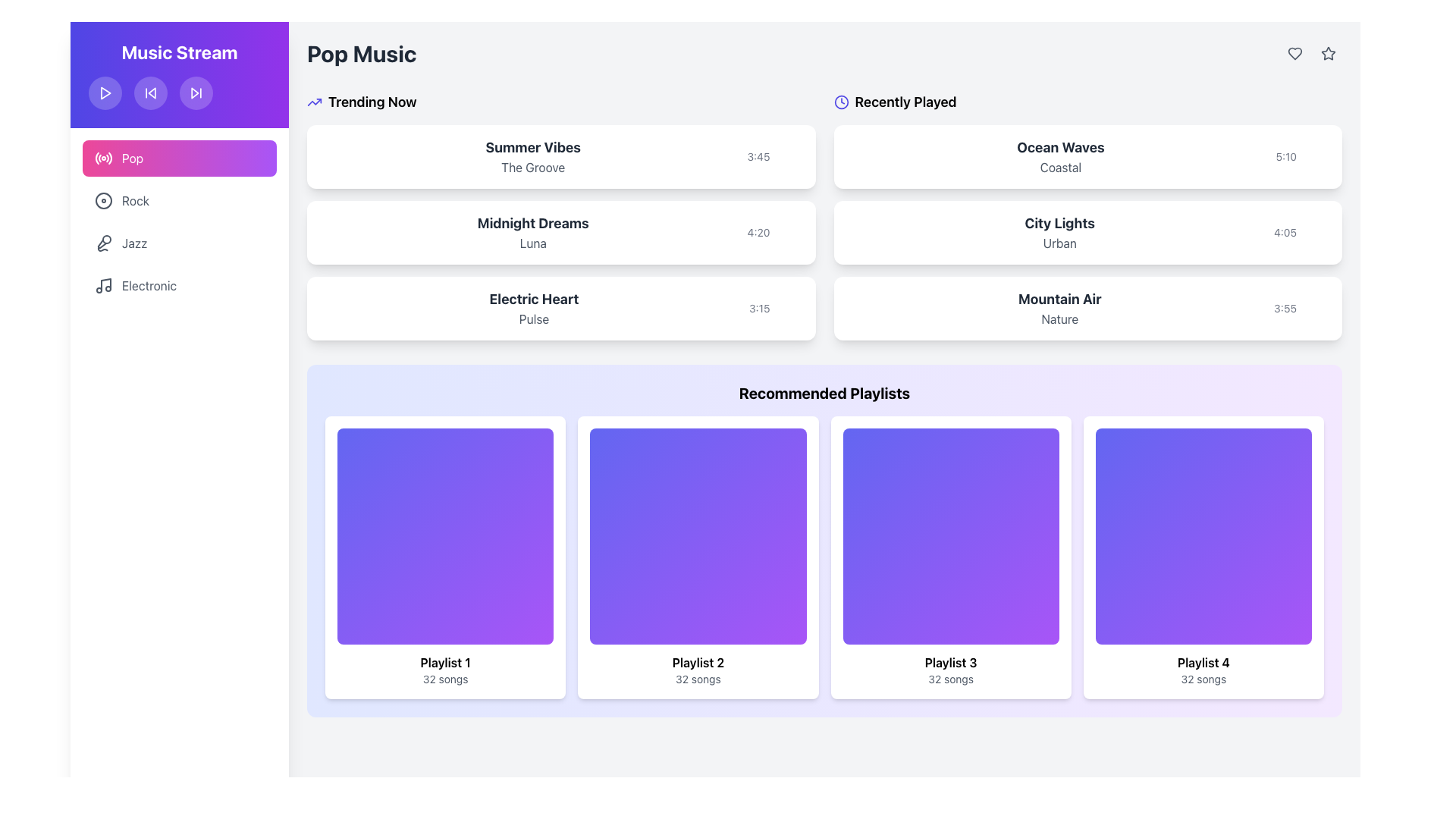  Describe the element at coordinates (533, 148) in the screenshot. I see `the text label displaying the name of the featured track in the 'Trending Now' section, positioned above 'The Groove'` at that location.